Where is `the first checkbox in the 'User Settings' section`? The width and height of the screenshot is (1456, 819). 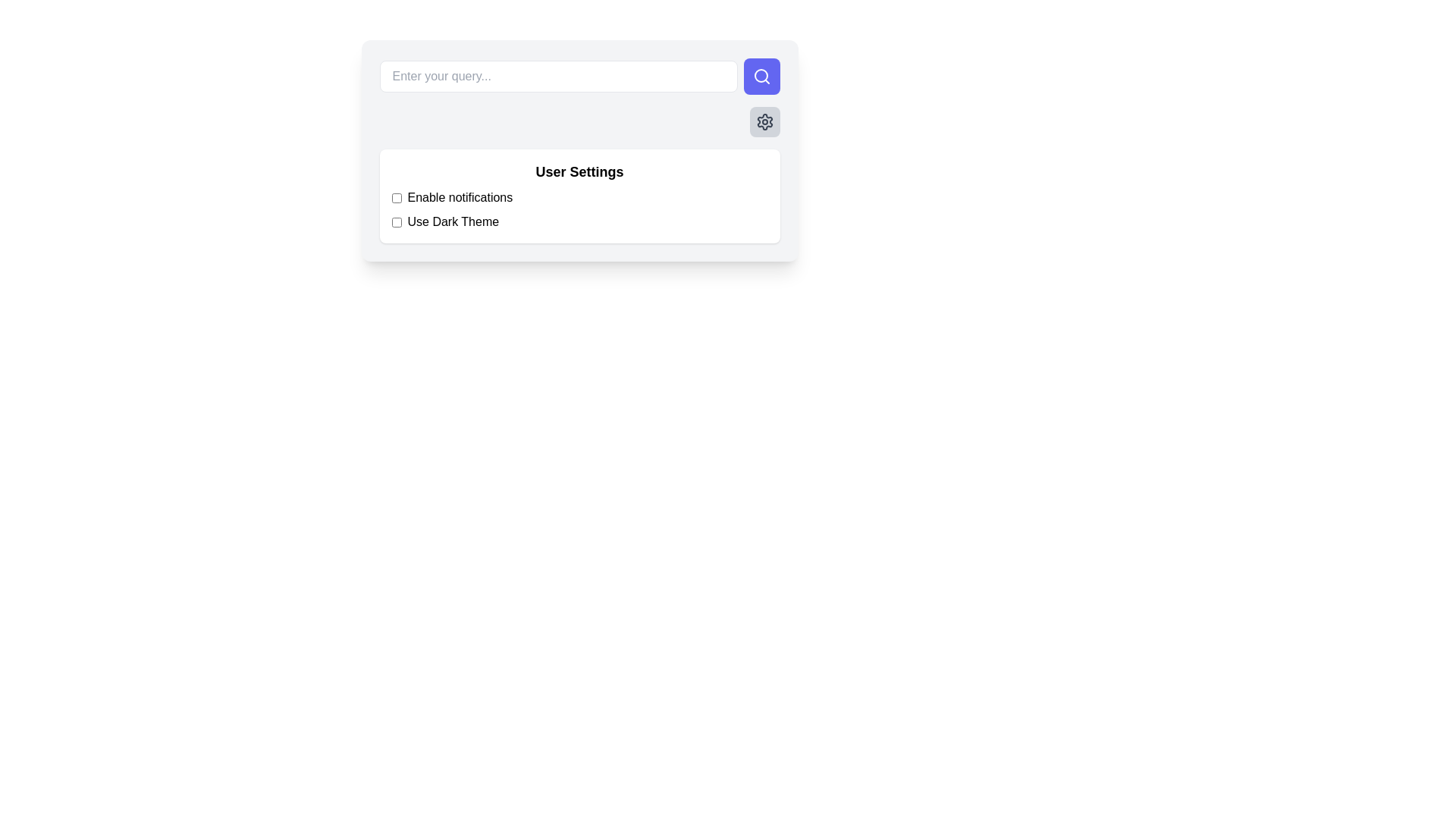 the first checkbox in the 'User Settings' section is located at coordinates (397, 197).